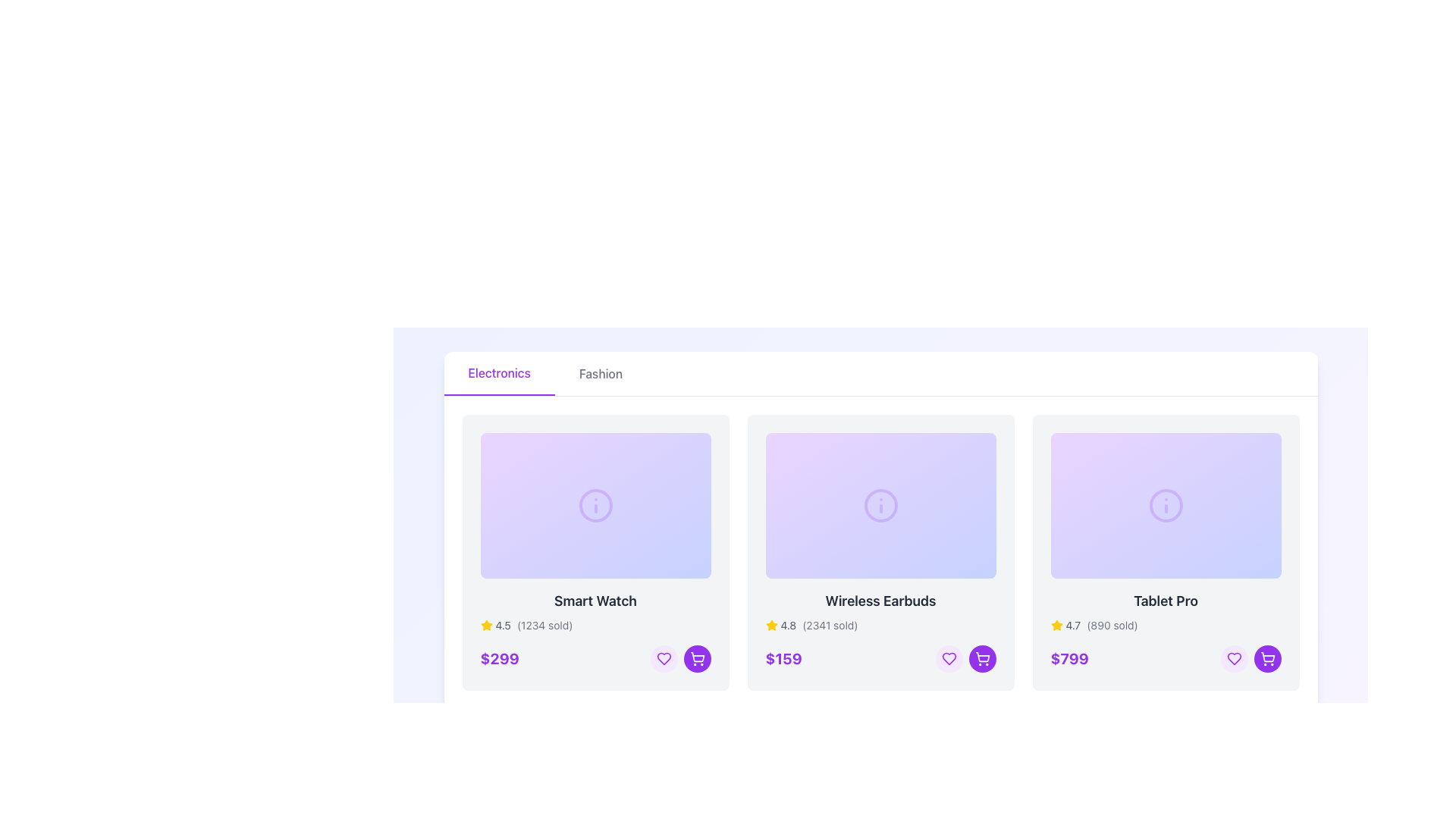  What do you see at coordinates (1056, 626) in the screenshot?
I see `the yellow star icon representing a rating system, located next to the text '4.7' and above the price information for the 'Tablet Pro' item` at bounding box center [1056, 626].